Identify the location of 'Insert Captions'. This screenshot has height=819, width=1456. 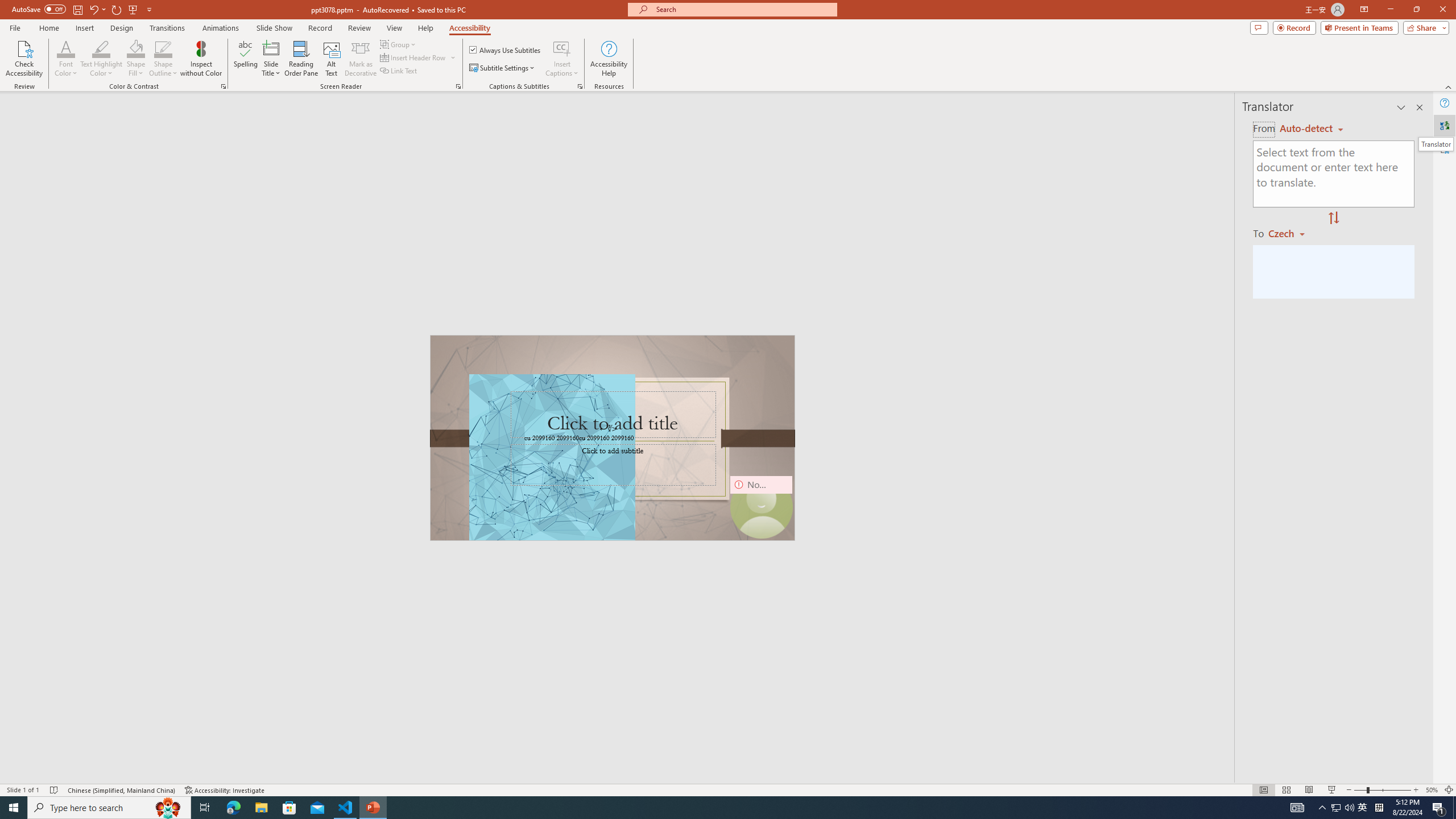
(561, 48).